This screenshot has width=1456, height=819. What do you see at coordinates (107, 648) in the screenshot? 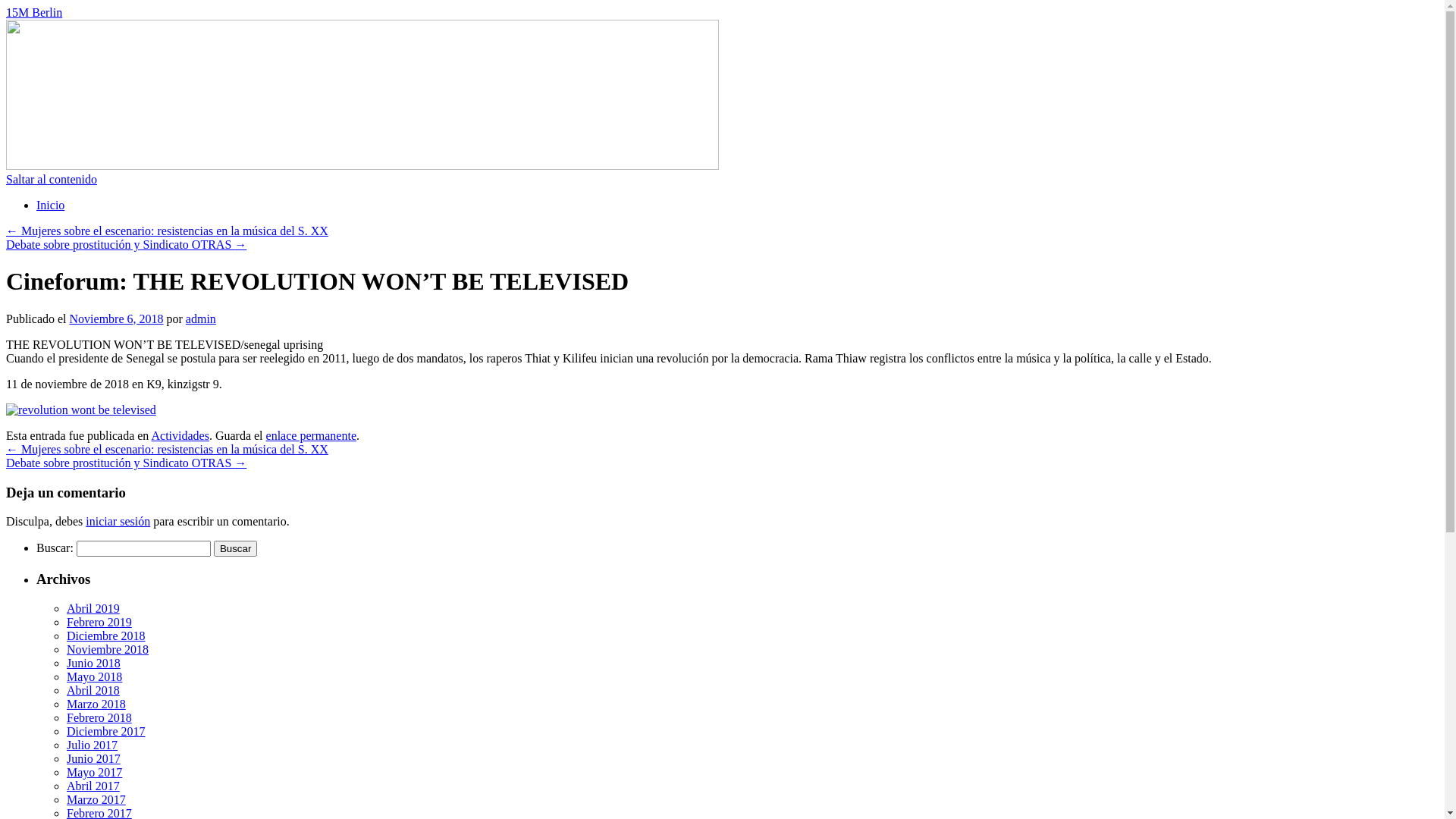
I see `'Noviembre 2018'` at bounding box center [107, 648].